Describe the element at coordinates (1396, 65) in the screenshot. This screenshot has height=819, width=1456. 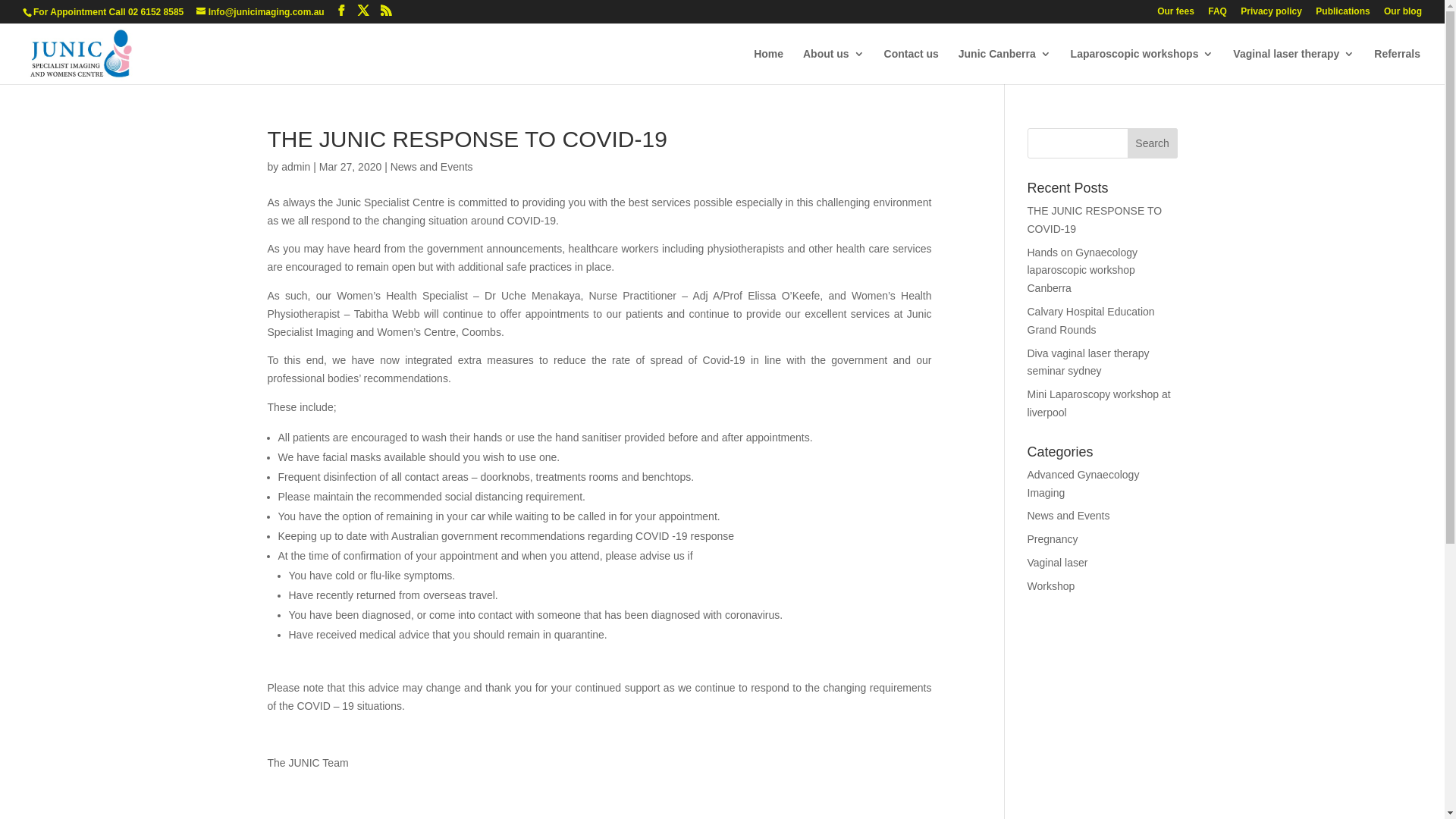
I see `'Referrals'` at that location.